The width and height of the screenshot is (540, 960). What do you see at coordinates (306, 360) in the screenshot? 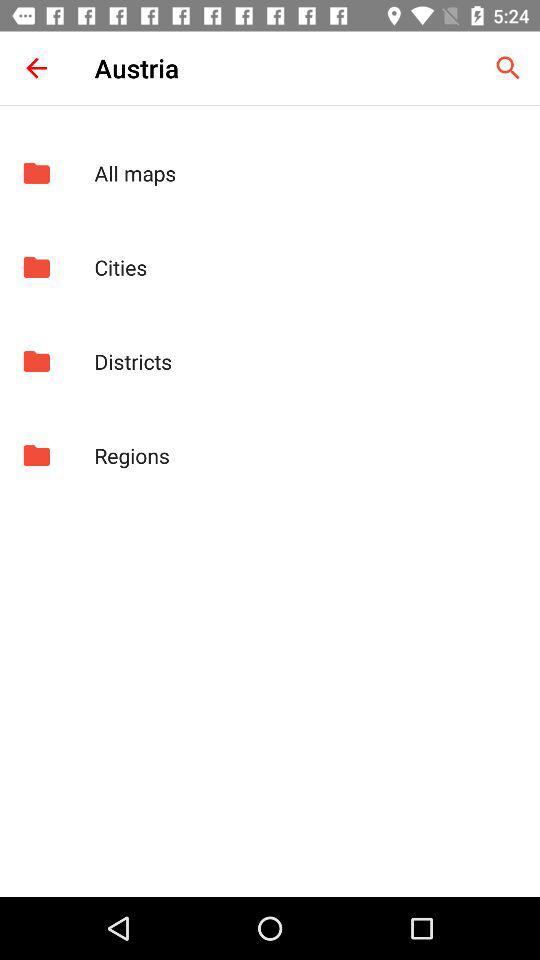
I see `the app below cities app` at bounding box center [306, 360].